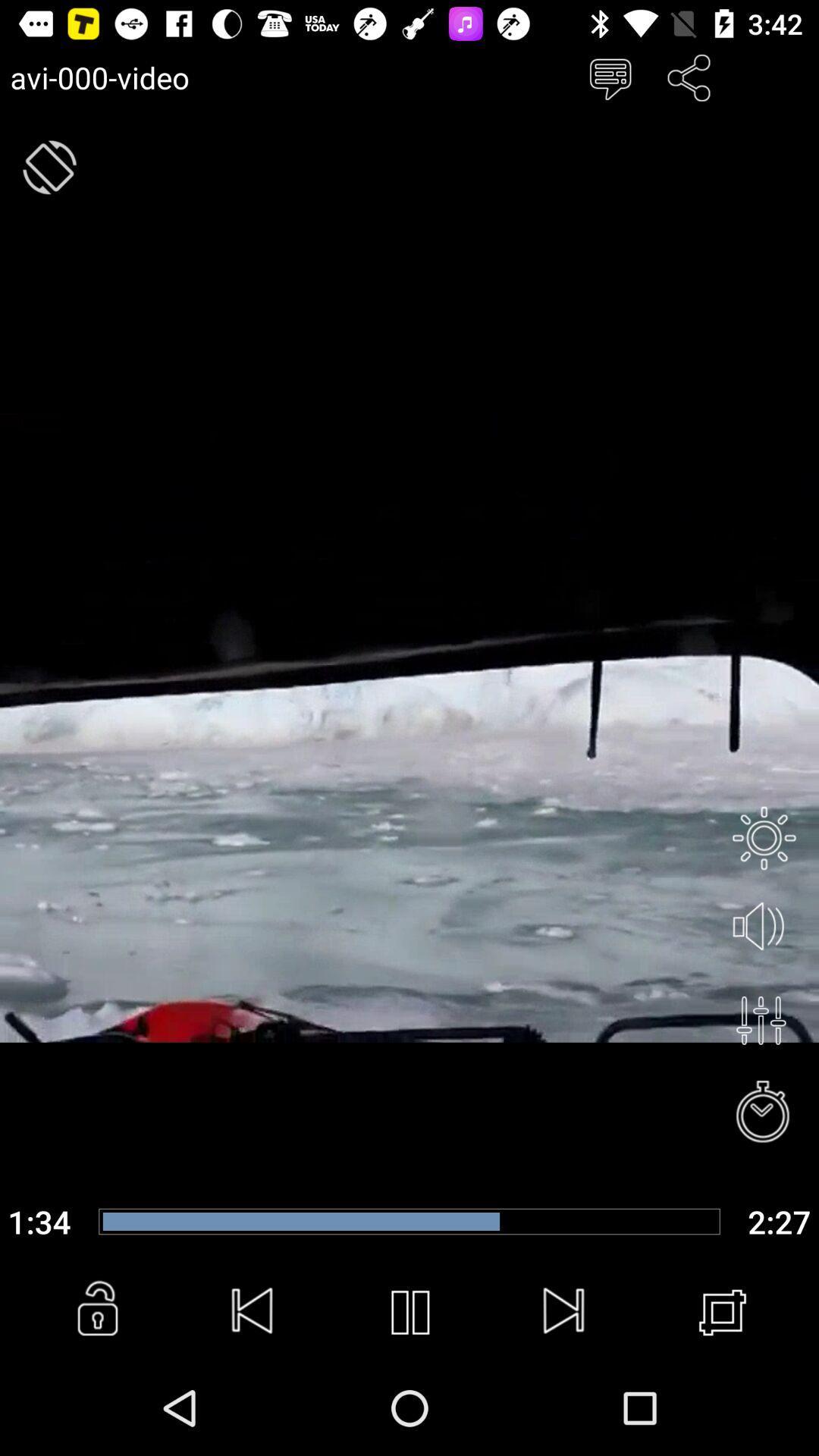  I want to click on the timer icon, so click(764, 1113).